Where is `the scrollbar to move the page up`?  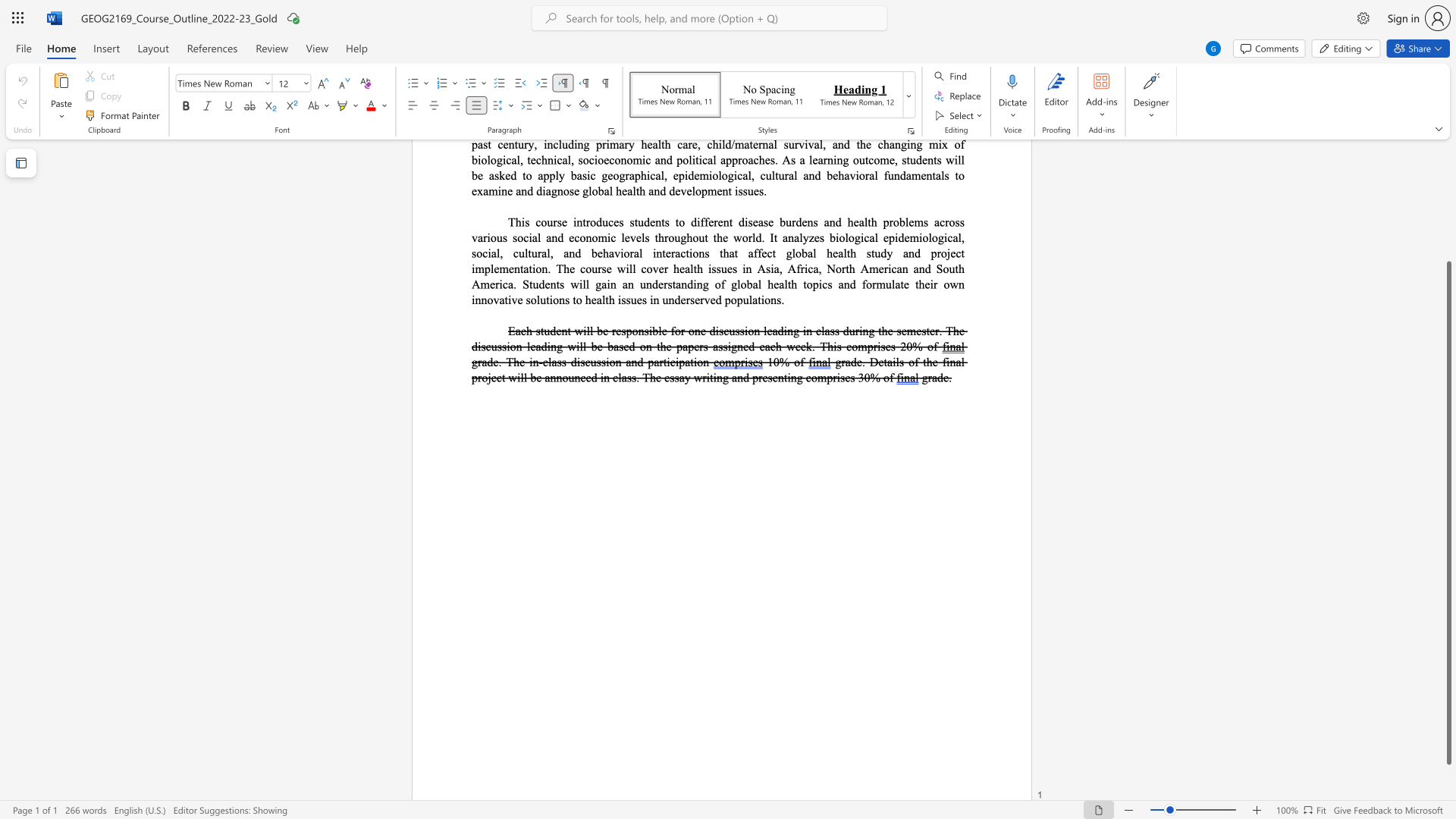 the scrollbar to move the page up is located at coordinates (1448, 205).